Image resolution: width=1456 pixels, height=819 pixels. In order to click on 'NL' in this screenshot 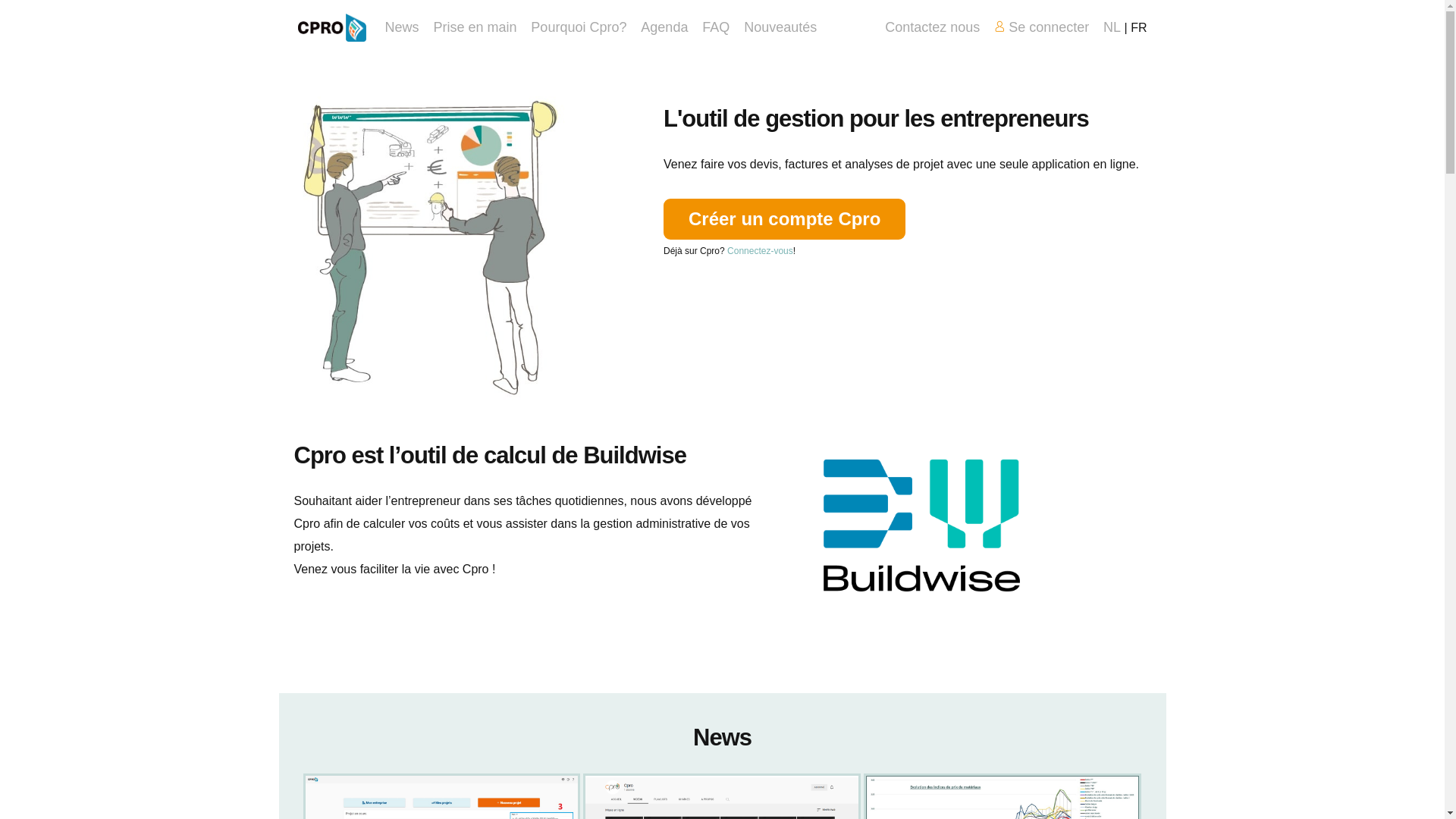, I will do `click(1112, 27)`.